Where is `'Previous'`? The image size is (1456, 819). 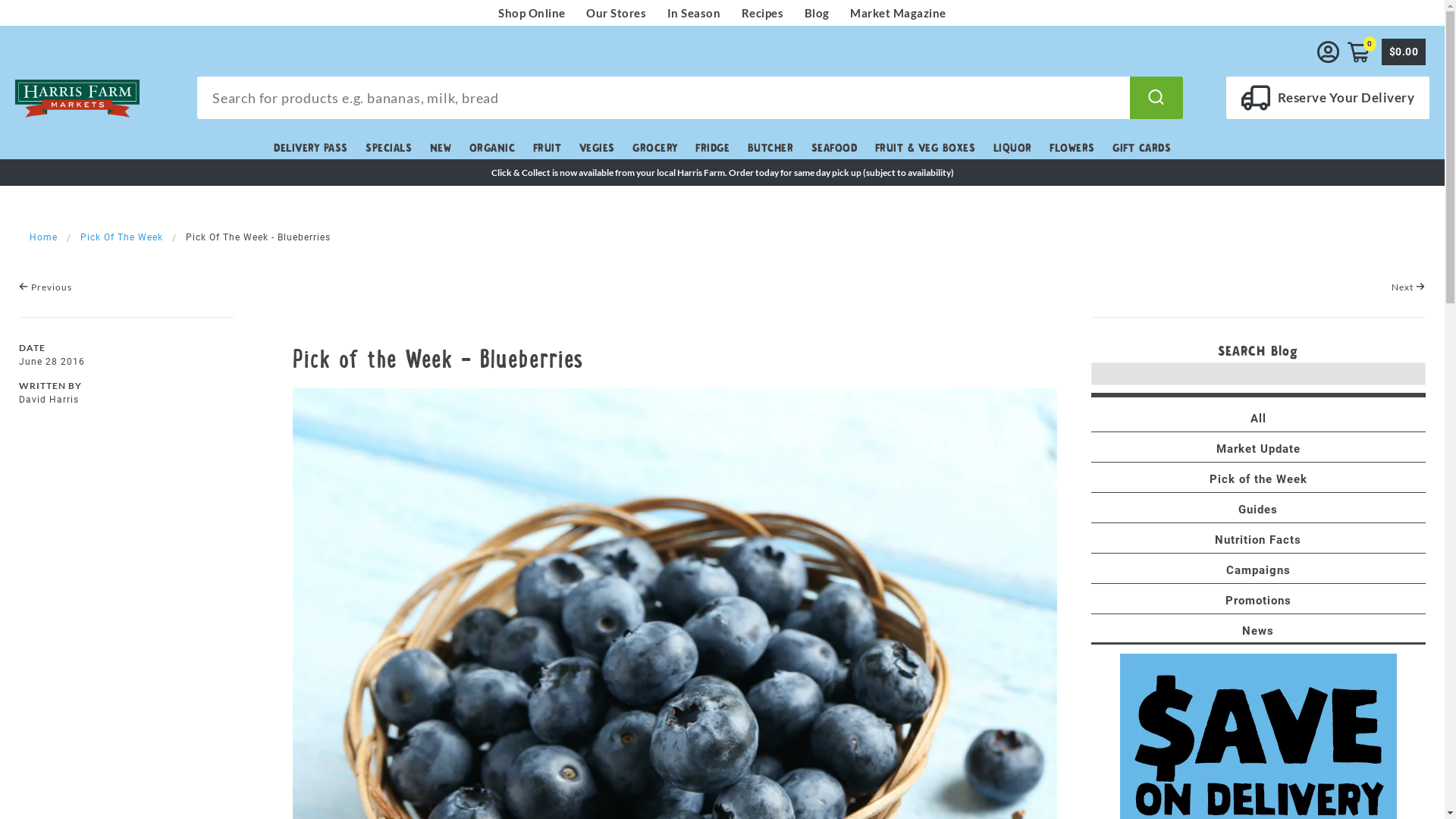
'Previous' is located at coordinates (45, 287).